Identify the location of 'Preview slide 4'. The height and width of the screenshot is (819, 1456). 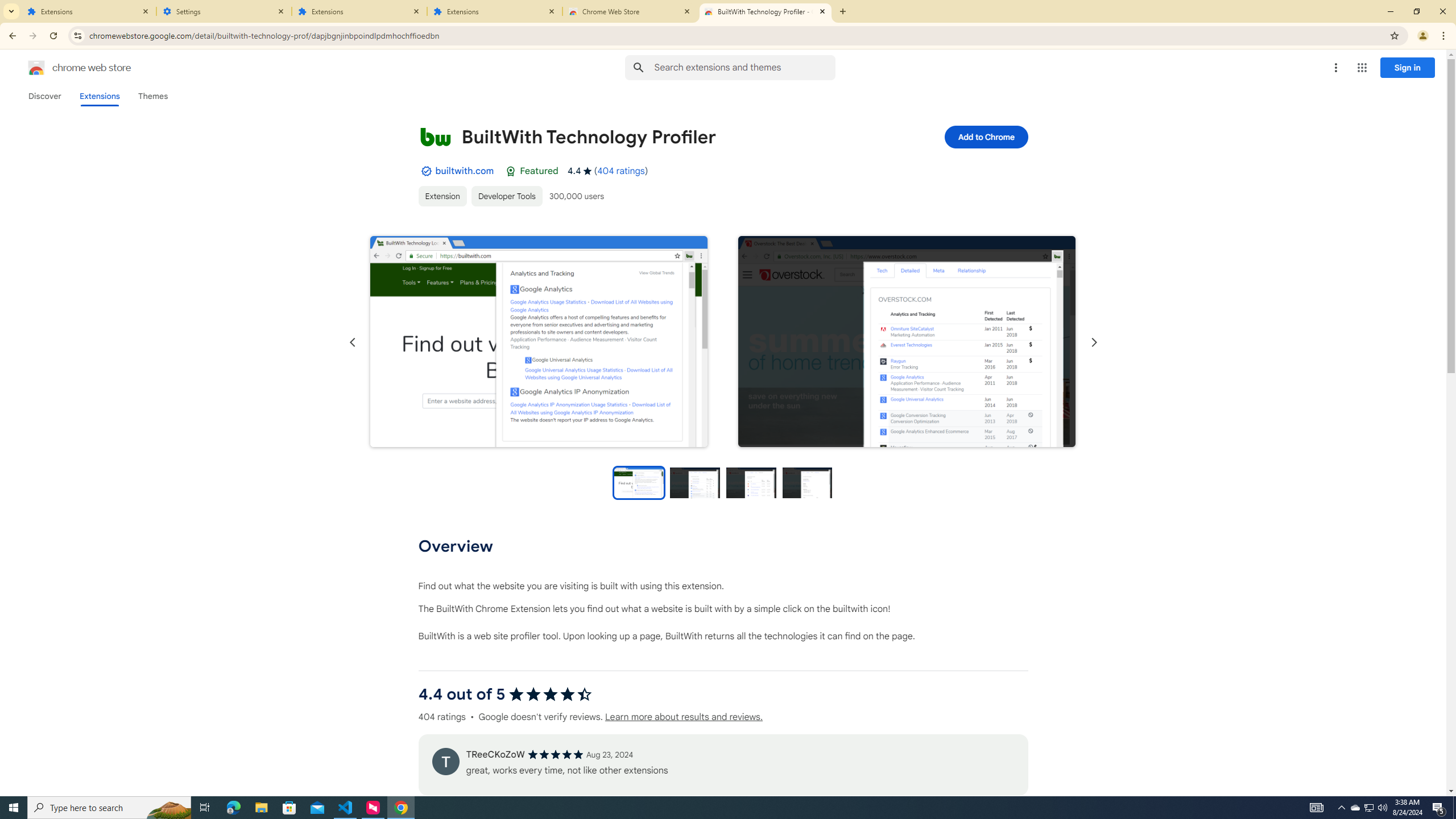
(807, 482).